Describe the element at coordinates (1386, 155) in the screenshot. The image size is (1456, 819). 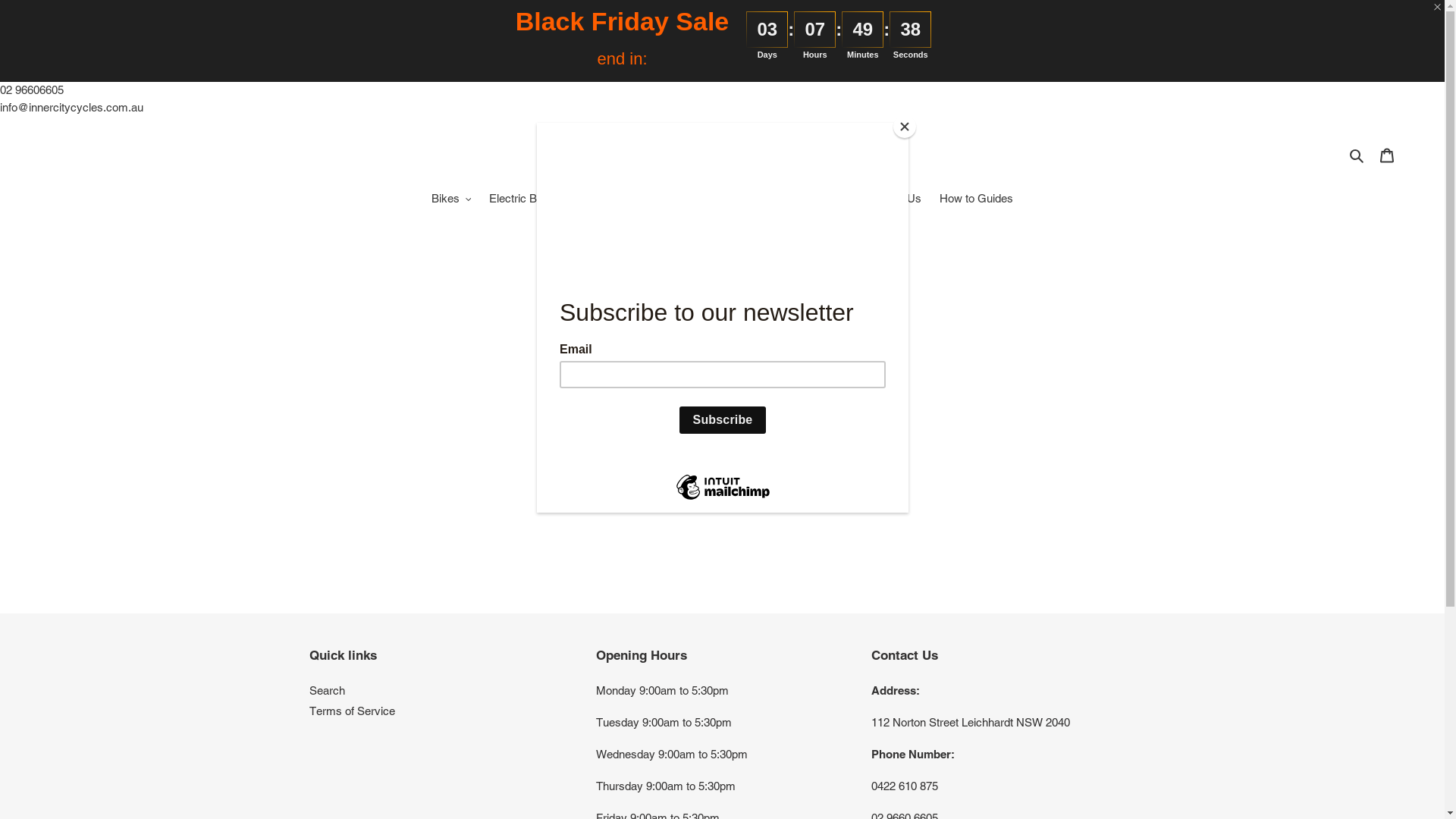
I see `'Cart'` at that location.